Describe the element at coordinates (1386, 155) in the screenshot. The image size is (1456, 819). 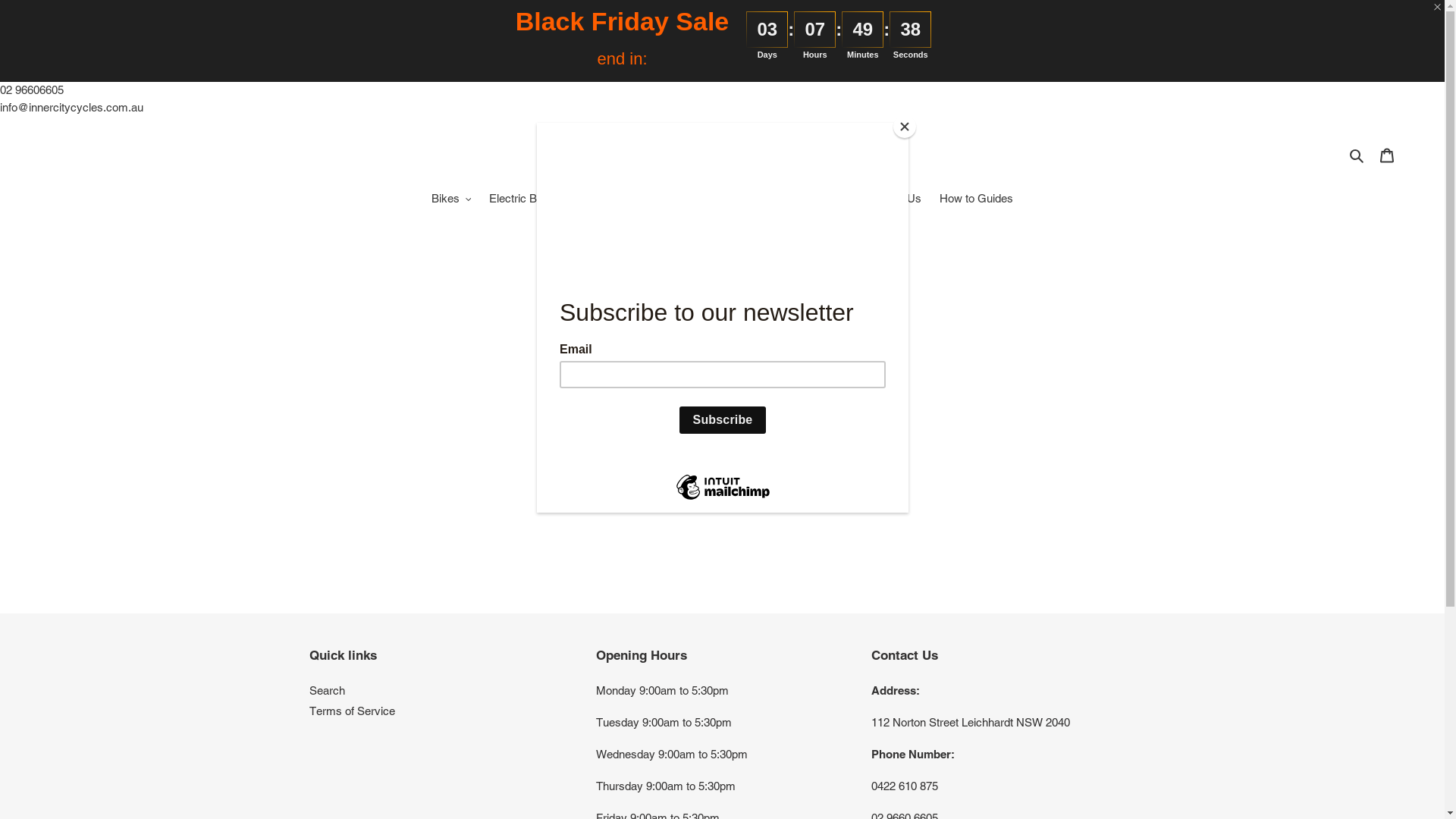
I see `'Cart'` at that location.